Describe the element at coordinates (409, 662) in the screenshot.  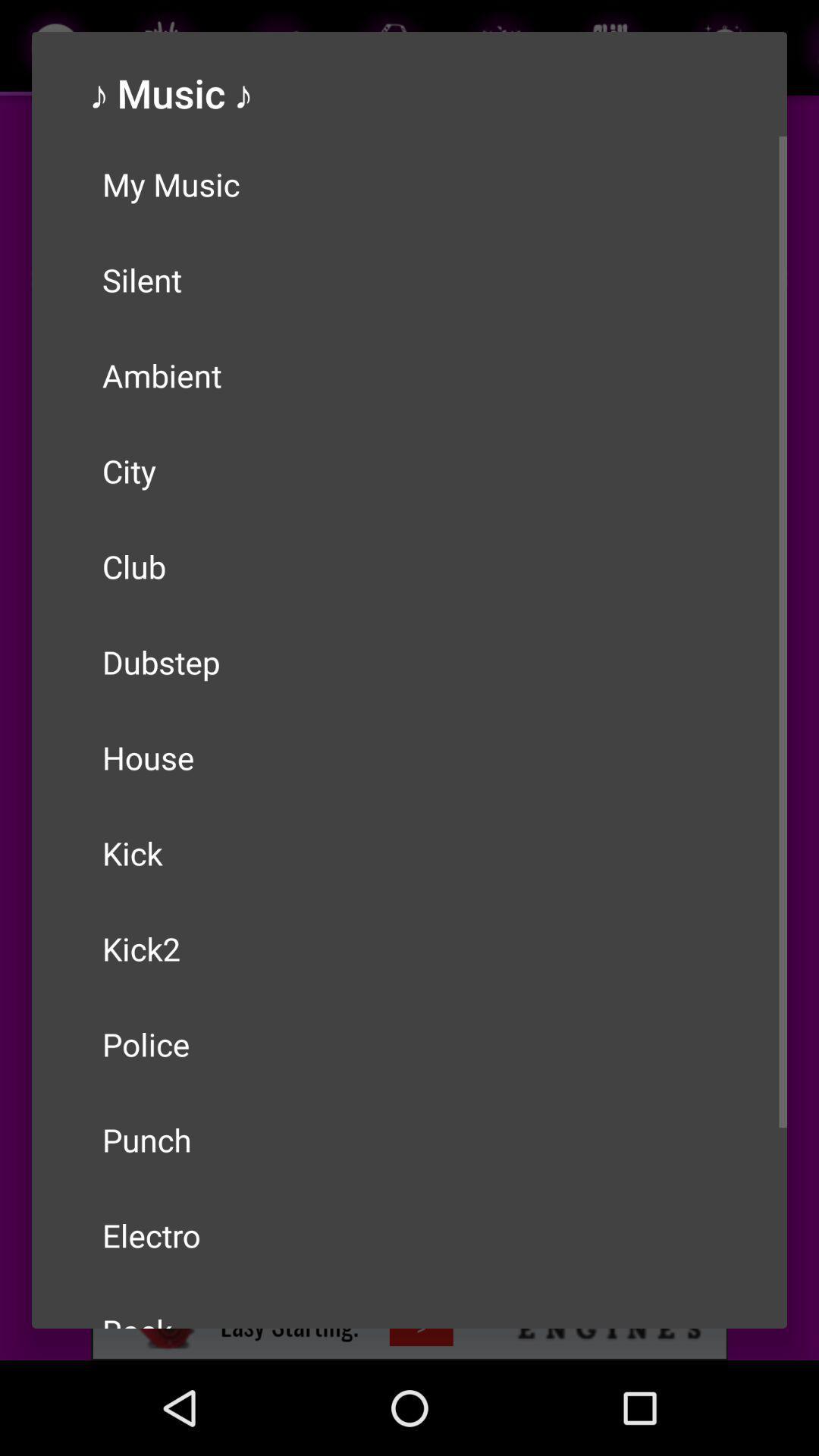
I see `the 		dubstep item` at that location.